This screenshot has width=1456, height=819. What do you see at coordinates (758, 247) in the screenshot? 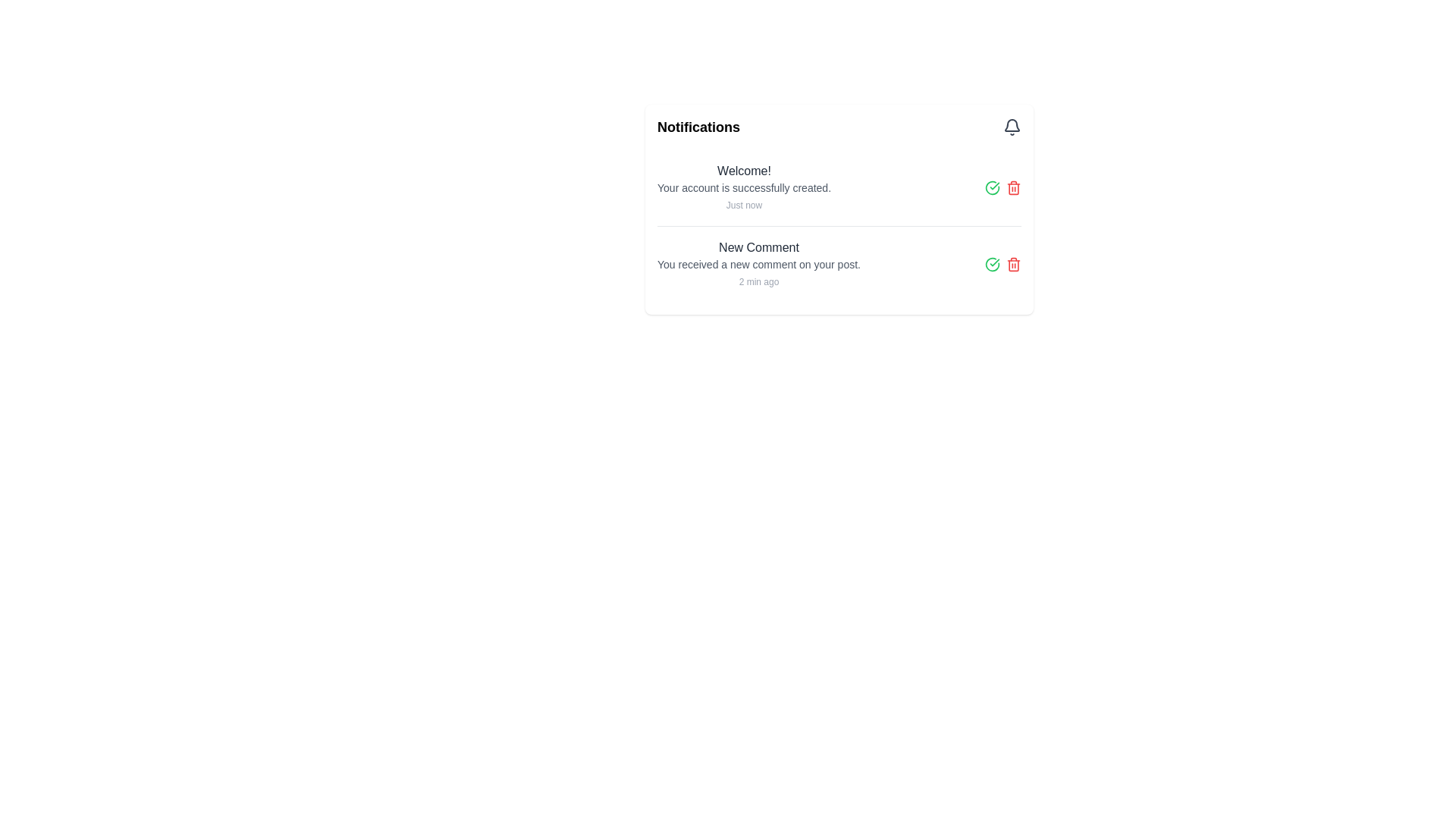
I see `prominent title text 'New Comment' in dark gray color located at the top of the notification entry` at bounding box center [758, 247].